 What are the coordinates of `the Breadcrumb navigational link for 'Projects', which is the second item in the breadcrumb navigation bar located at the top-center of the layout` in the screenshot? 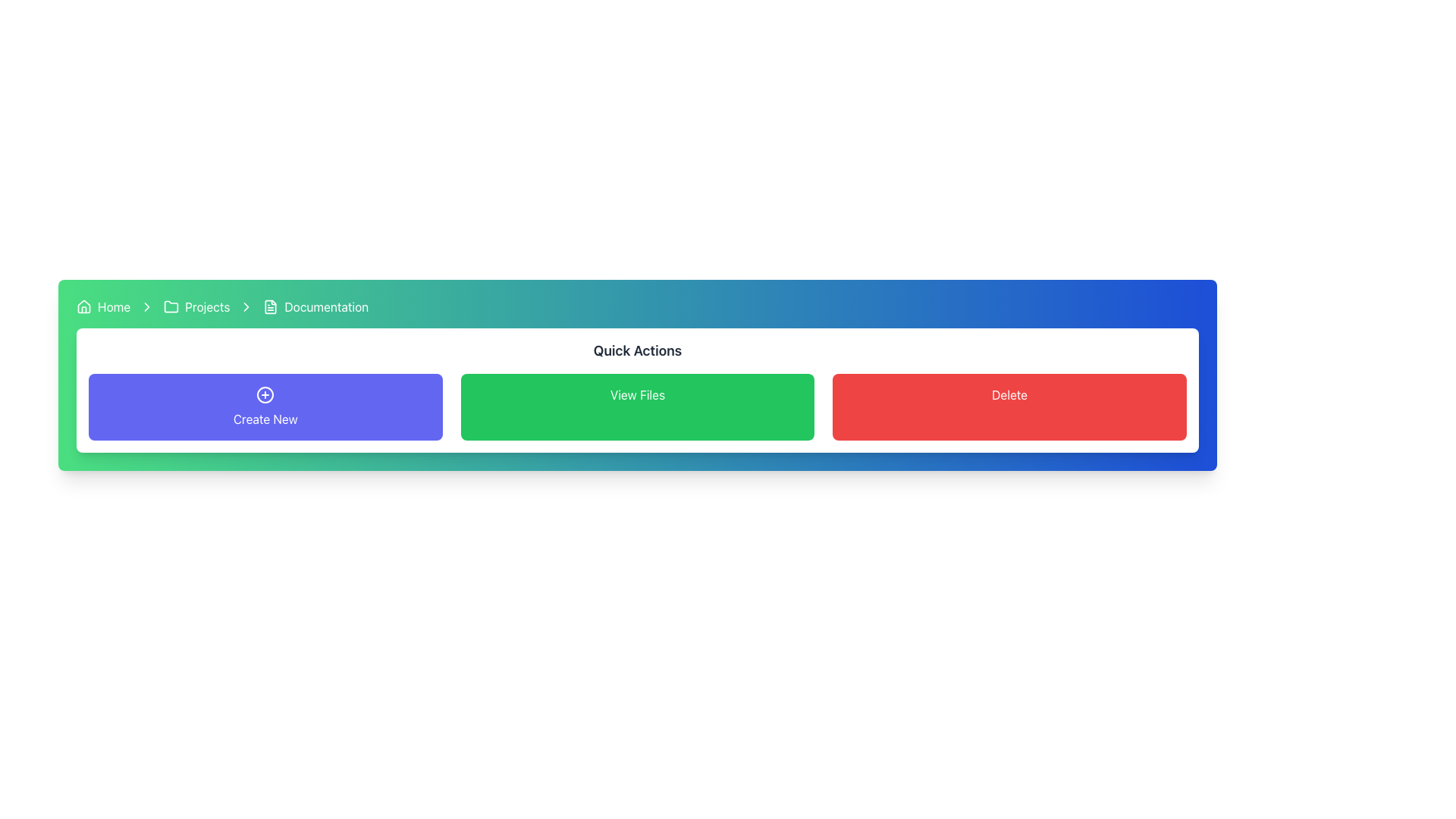 It's located at (196, 307).